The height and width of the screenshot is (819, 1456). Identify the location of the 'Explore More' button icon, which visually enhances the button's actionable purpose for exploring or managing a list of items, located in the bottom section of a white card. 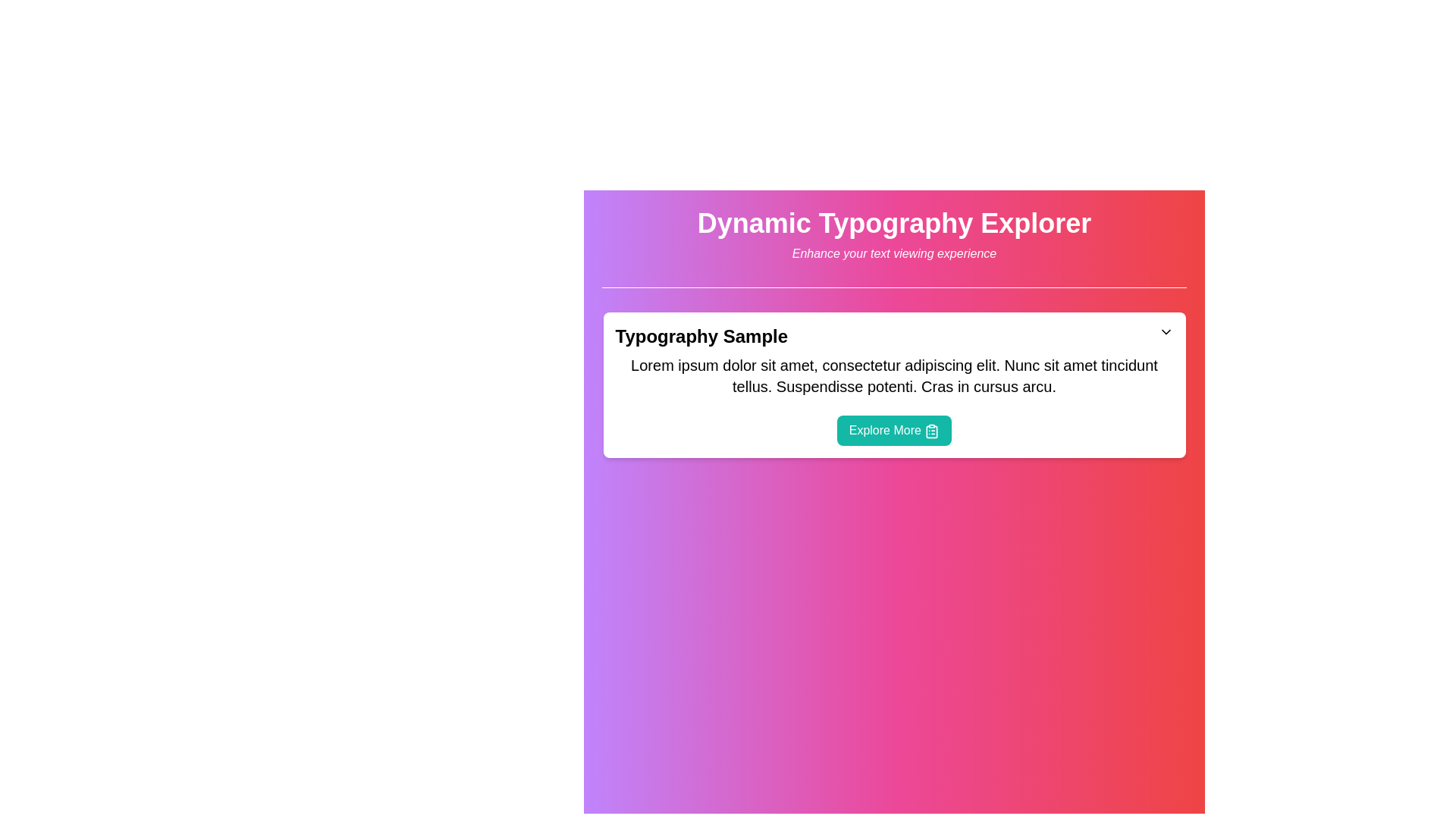
(931, 431).